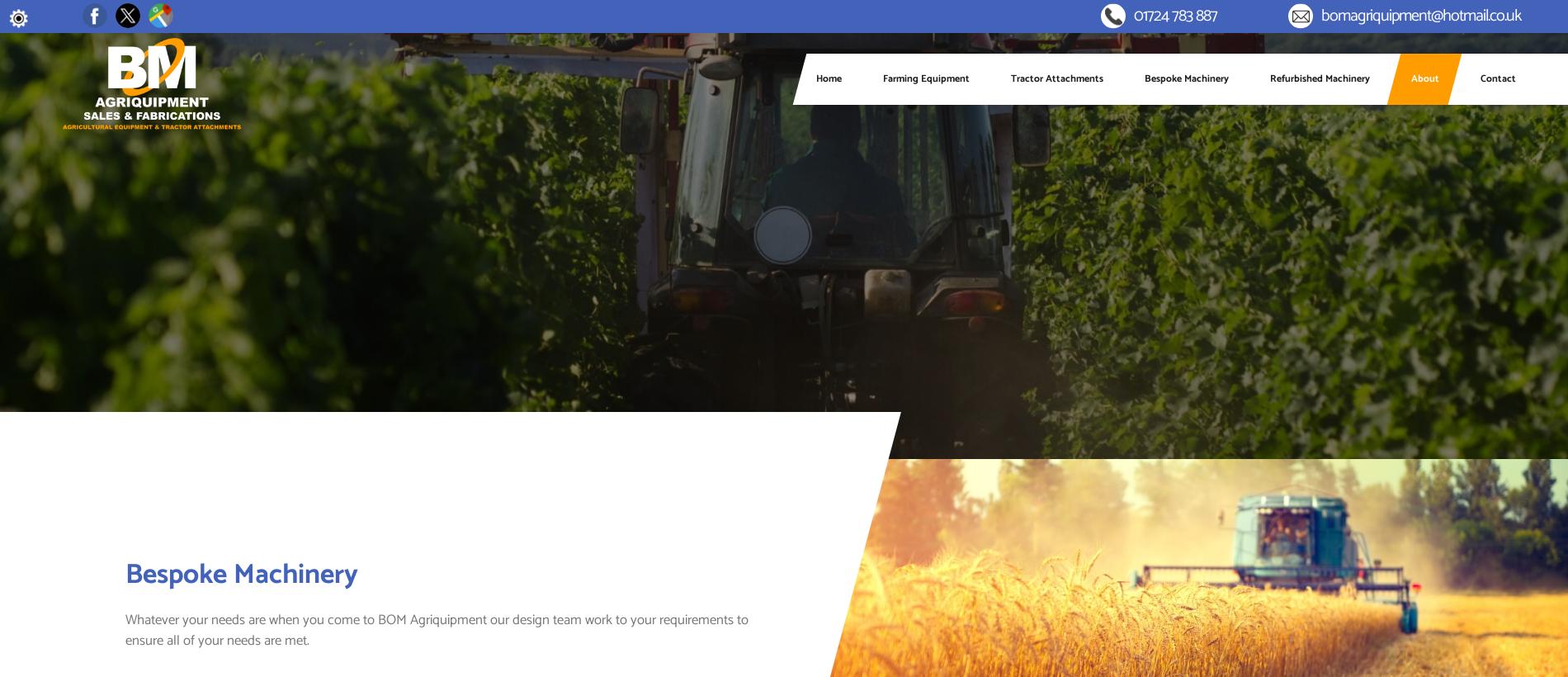 The height and width of the screenshot is (677, 1568). I want to click on 'Whatever your needs are when you come to BOM Agriquipment our design team work to your requirements to ensure all of your needs are met.', so click(437, 629).